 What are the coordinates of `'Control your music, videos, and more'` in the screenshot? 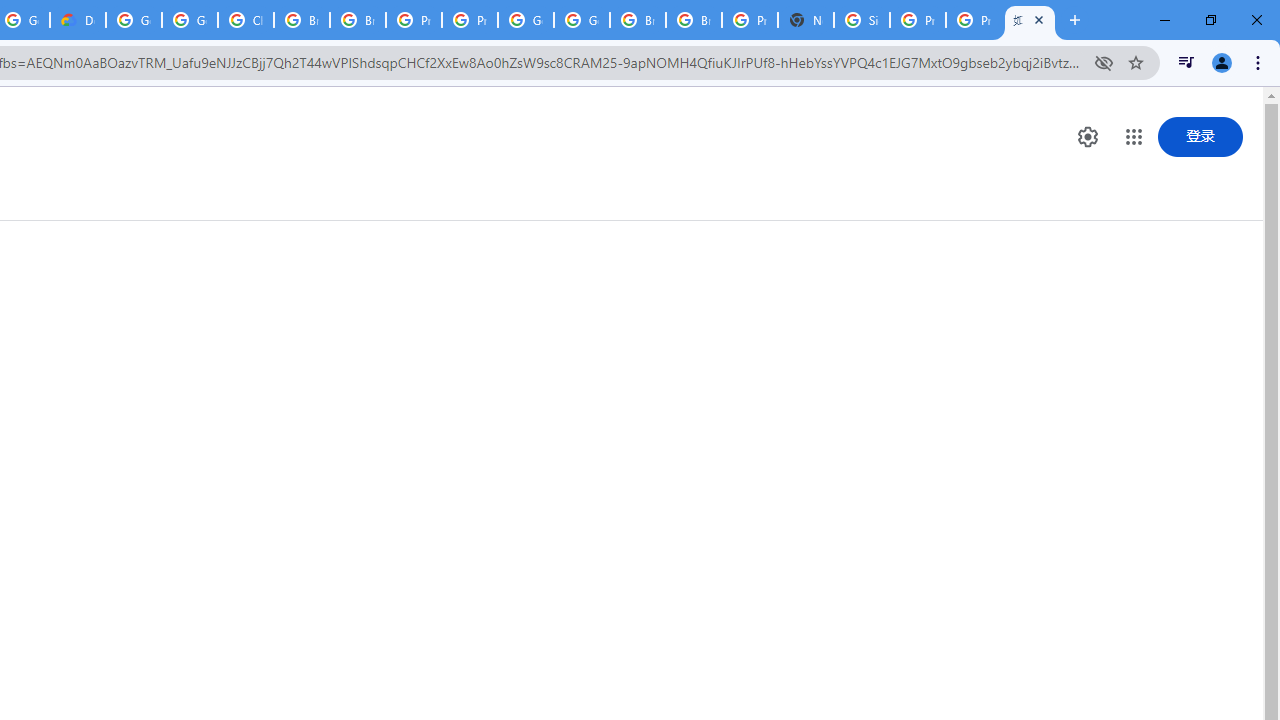 It's located at (1185, 61).